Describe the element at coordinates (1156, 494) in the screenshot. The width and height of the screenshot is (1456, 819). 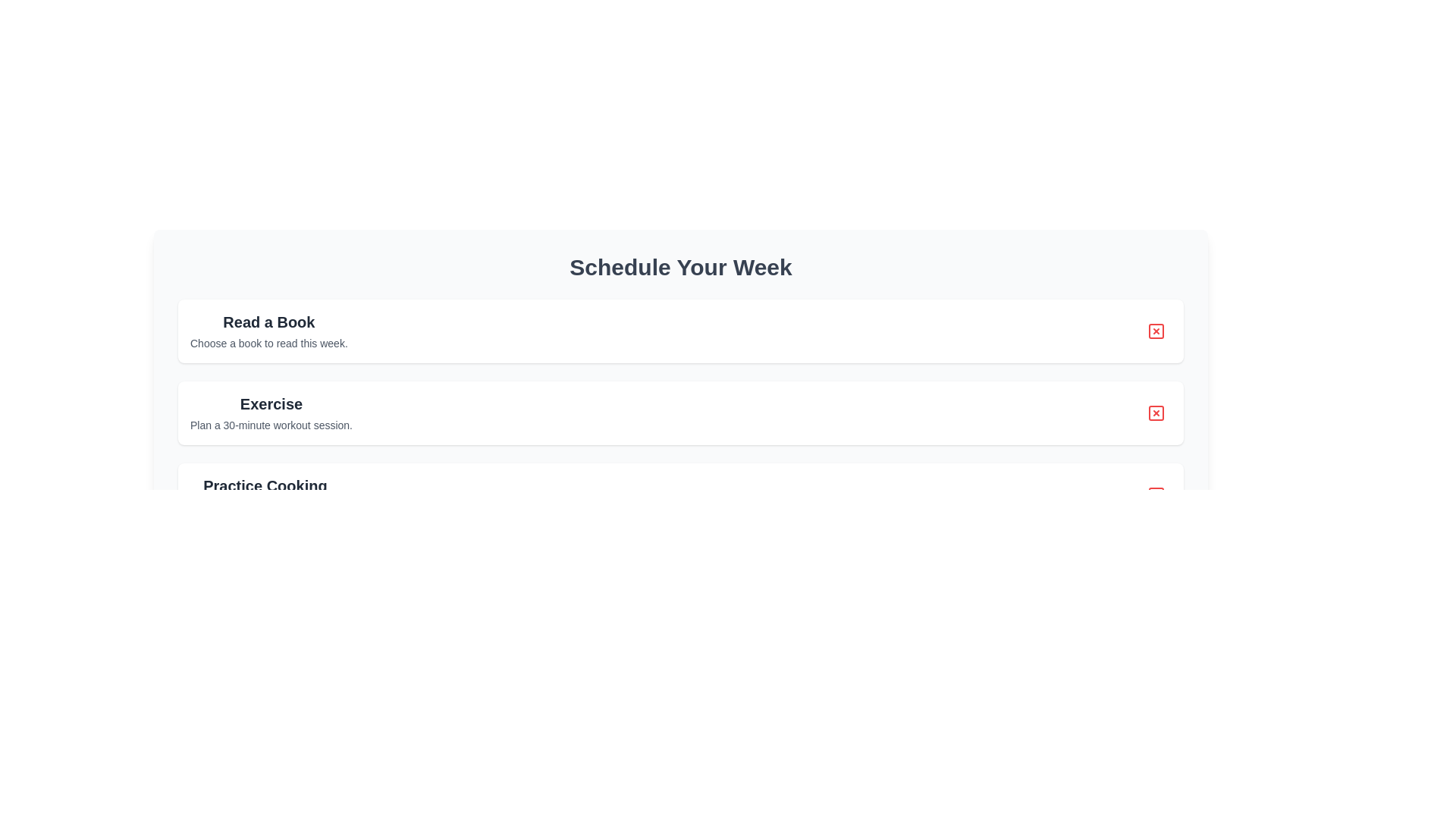
I see `the red 'X' icon button corresponding to the 'Practice Cooking' task item` at that location.